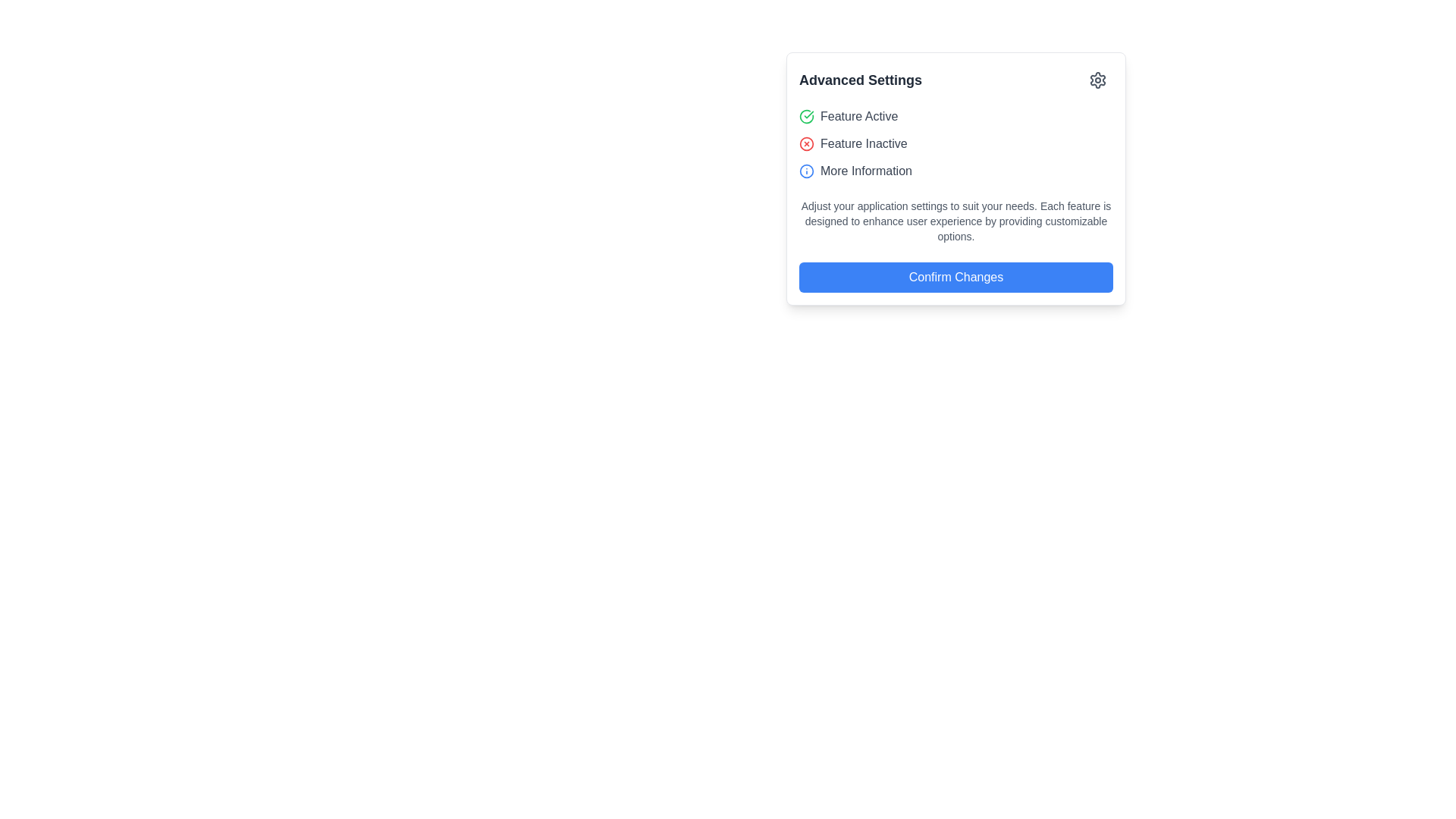 The height and width of the screenshot is (819, 1456). What do you see at coordinates (1098, 80) in the screenshot?
I see `the button located at the top-right corner of the 'Advanced Settings' panel` at bounding box center [1098, 80].